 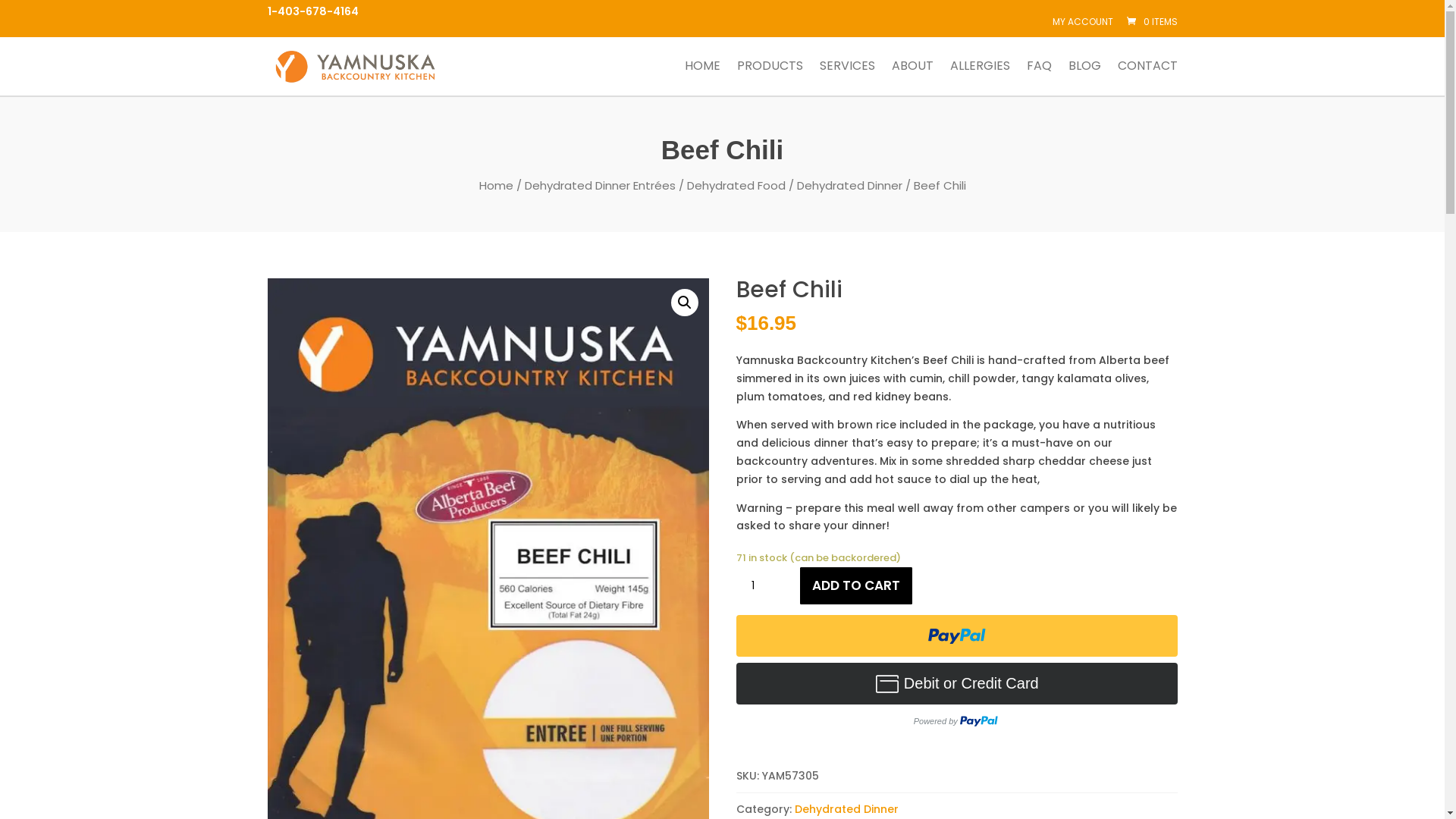 I want to click on 'SERVICES', so click(x=846, y=77).